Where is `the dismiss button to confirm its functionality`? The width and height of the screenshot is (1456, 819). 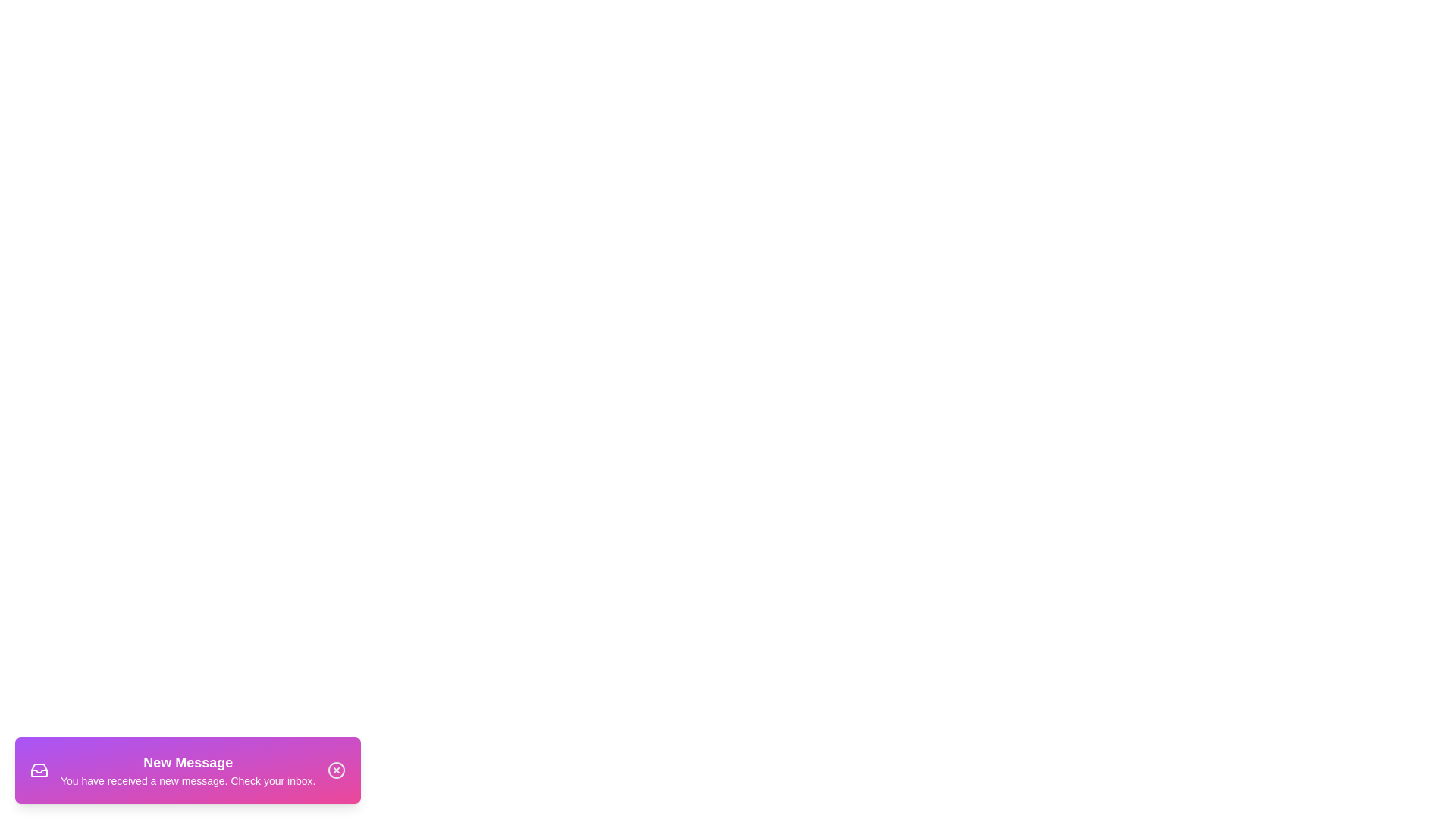 the dismiss button to confirm its functionality is located at coordinates (336, 770).